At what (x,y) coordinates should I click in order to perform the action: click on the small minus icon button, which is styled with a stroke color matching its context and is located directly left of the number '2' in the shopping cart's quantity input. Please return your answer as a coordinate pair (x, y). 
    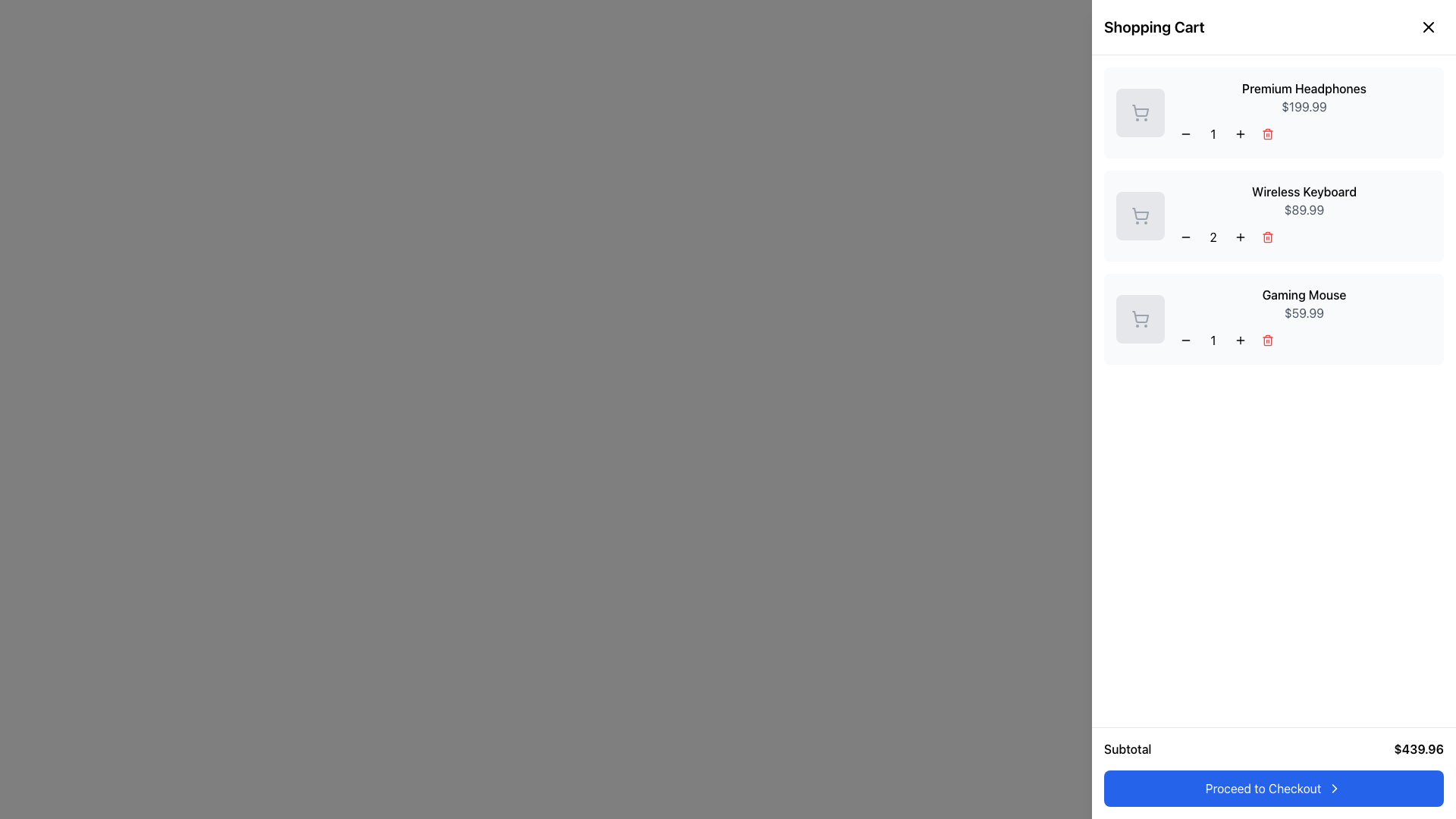
    Looking at the image, I should click on (1185, 237).